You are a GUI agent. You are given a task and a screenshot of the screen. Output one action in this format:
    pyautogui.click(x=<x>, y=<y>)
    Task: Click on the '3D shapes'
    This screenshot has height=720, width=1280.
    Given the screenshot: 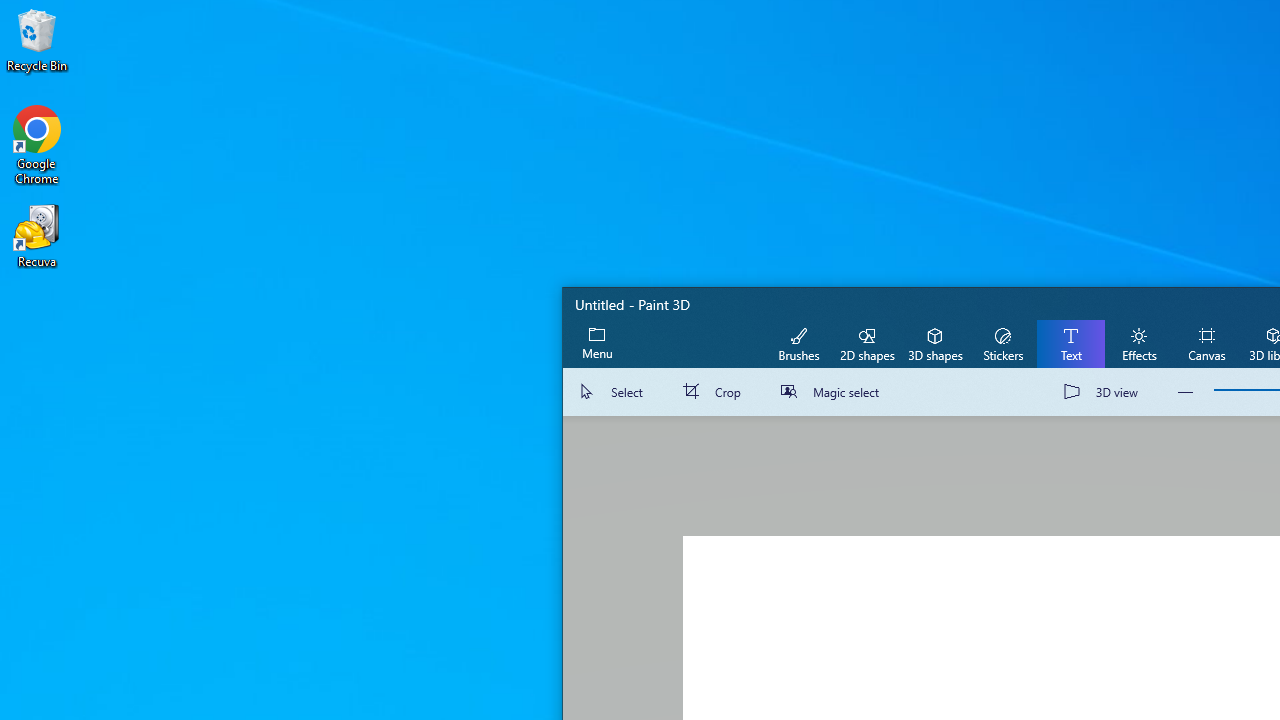 What is the action you would take?
    pyautogui.click(x=934, y=342)
    